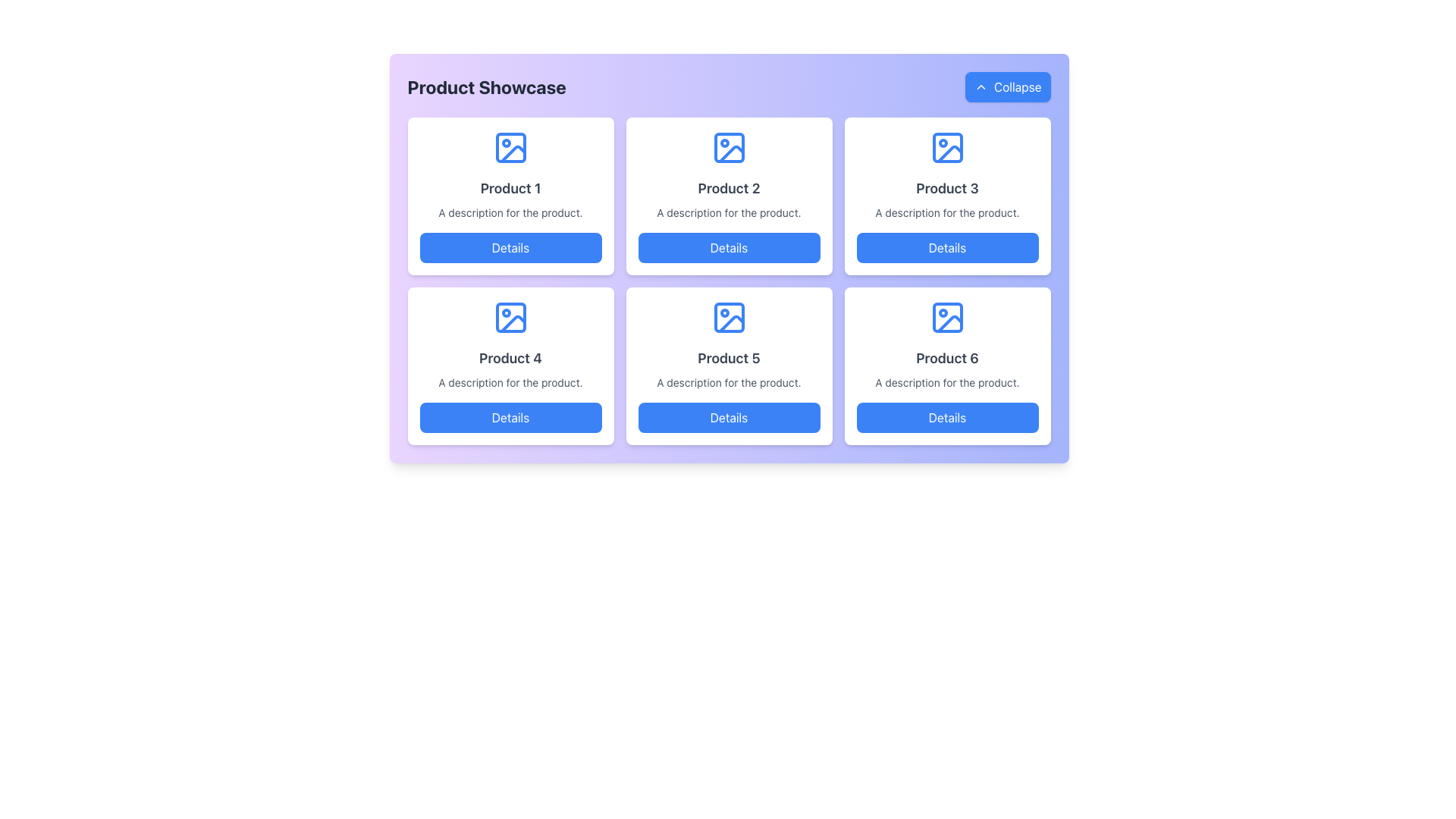 This screenshot has width=1456, height=819. What do you see at coordinates (510, 247) in the screenshot?
I see `the button located below the text 'A description for the product.'` at bounding box center [510, 247].